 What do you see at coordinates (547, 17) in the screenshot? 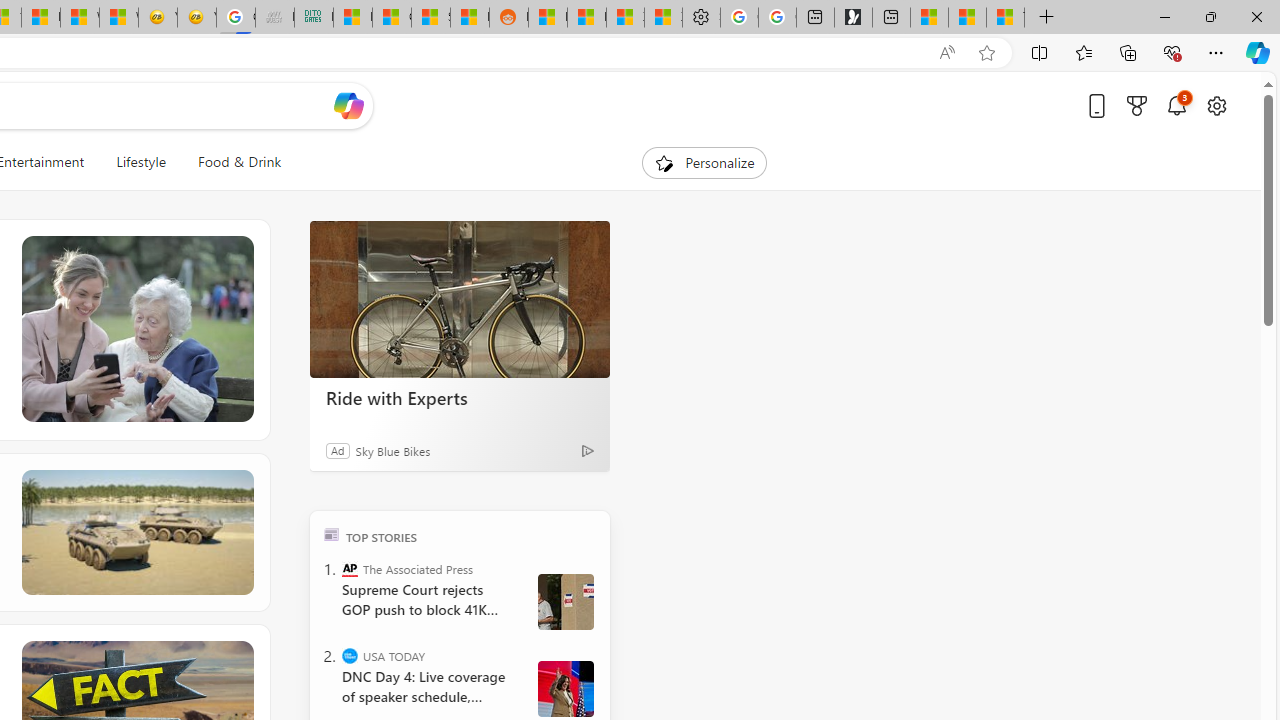
I see `'R******* | Trusted Community Engagement and Contributions'` at bounding box center [547, 17].